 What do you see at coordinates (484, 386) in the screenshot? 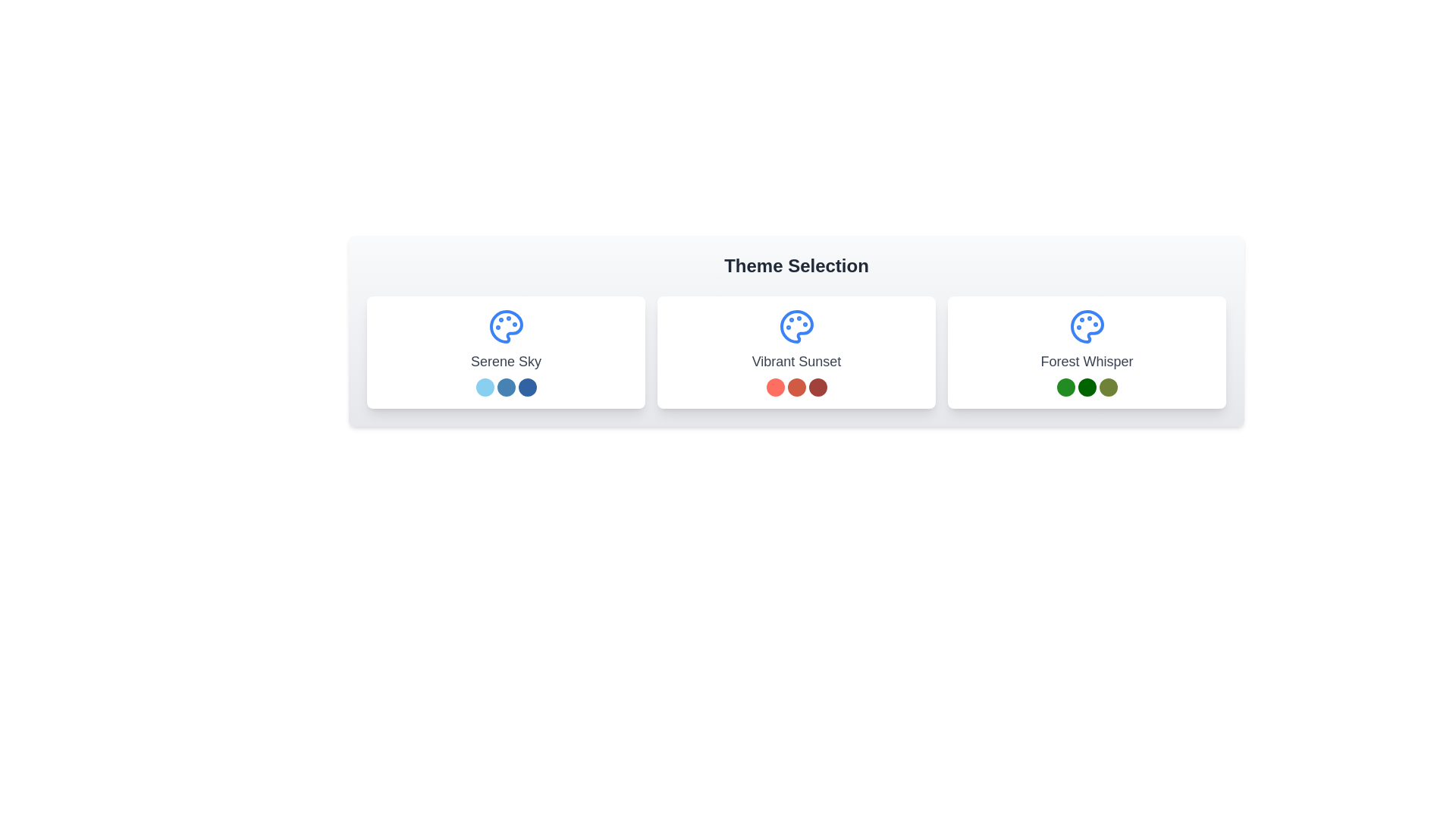
I see `the small, circular decorative element with a light blue background, which is the first in a group of three, located below the text 'Serene Sky' in the leftmost card` at bounding box center [484, 386].